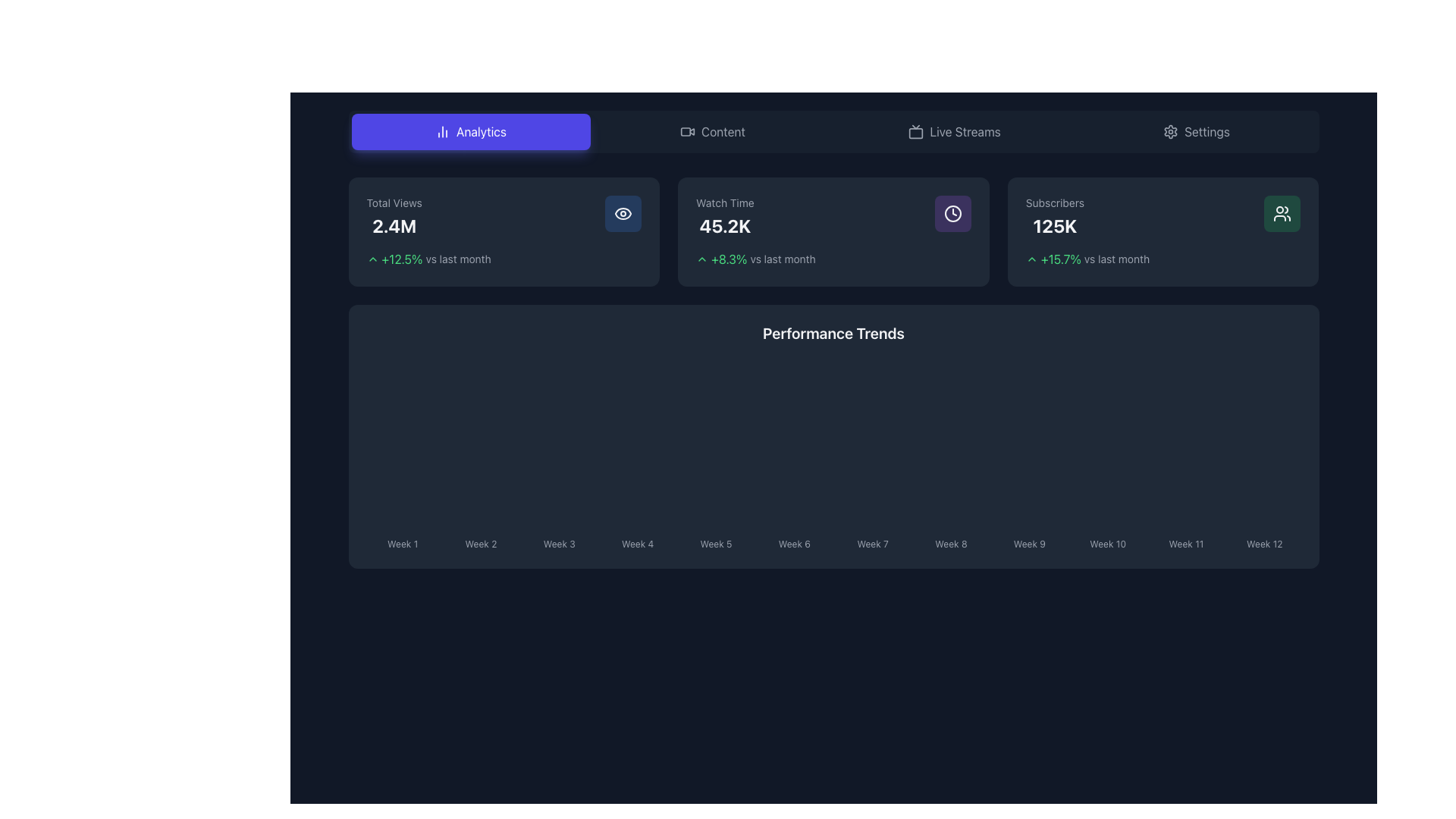  I want to click on the text display element that shows the total number of views, located in the upper-left corner of a dark card containing analytics metrics, so click(394, 216).